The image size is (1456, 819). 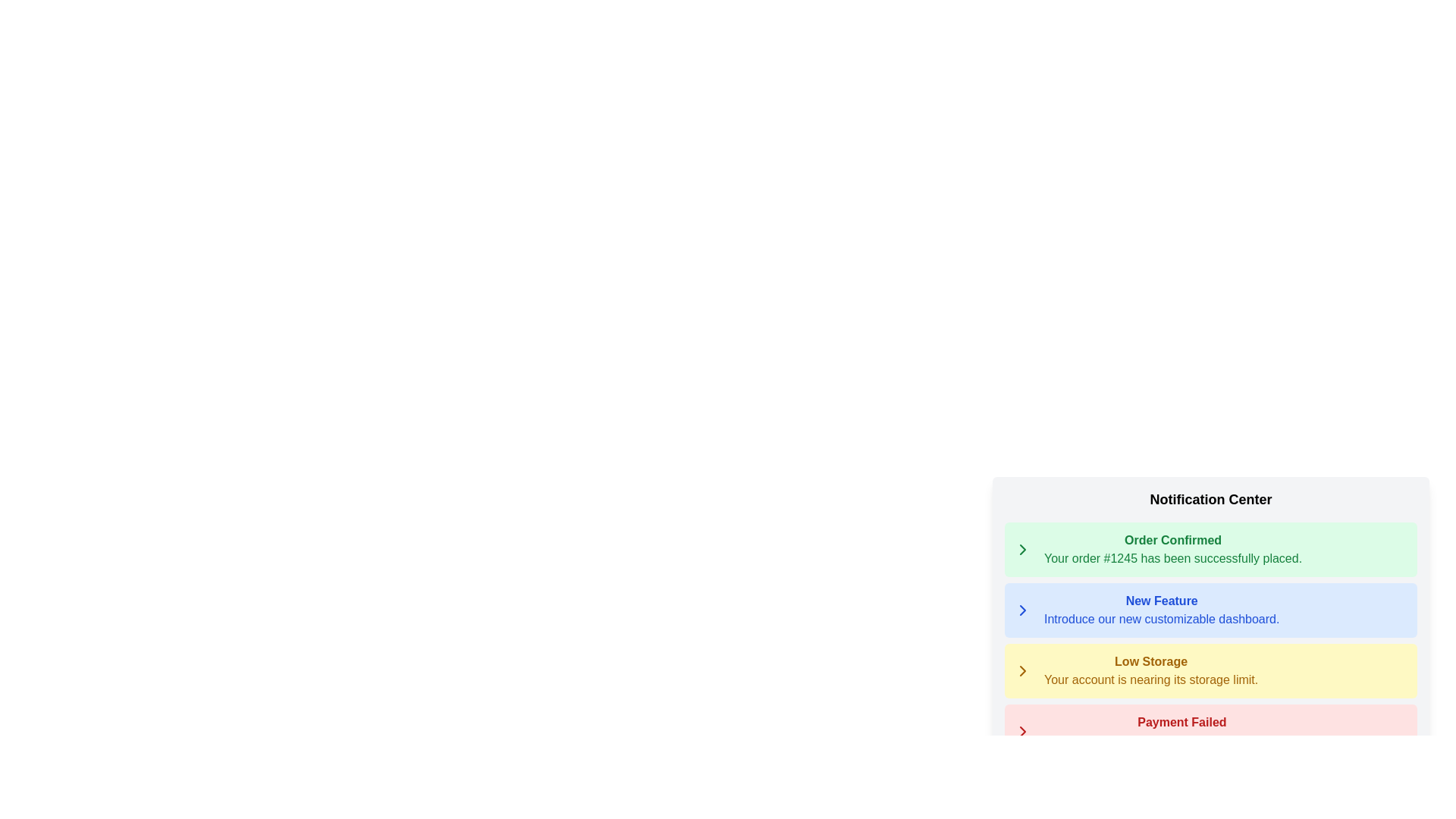 What do you see at coordinates (1161, 610) in the screenshot?
I see `displayed information from the text-based notification labeled 'New Feature' with a blue theme, which includes the message 'Introduce our new customizable dashboard.'` at bounding box center [1161, 610].